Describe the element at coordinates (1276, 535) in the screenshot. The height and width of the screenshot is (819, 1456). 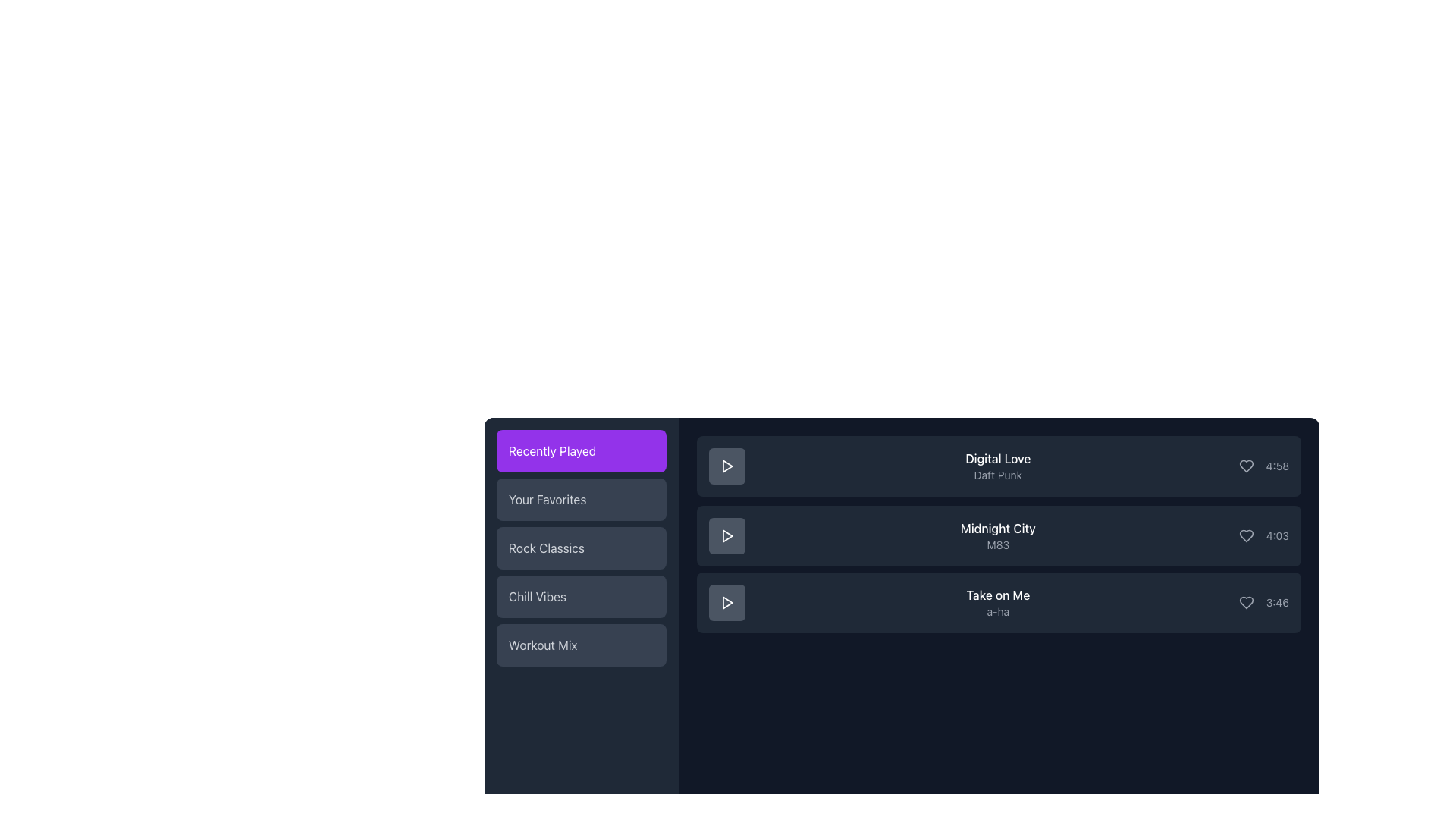
I see `the text label displaying the time duration '4:03' in gray font, located in the bottom-right corner of the music item 'Midnight City' by 'M83'` at that location.